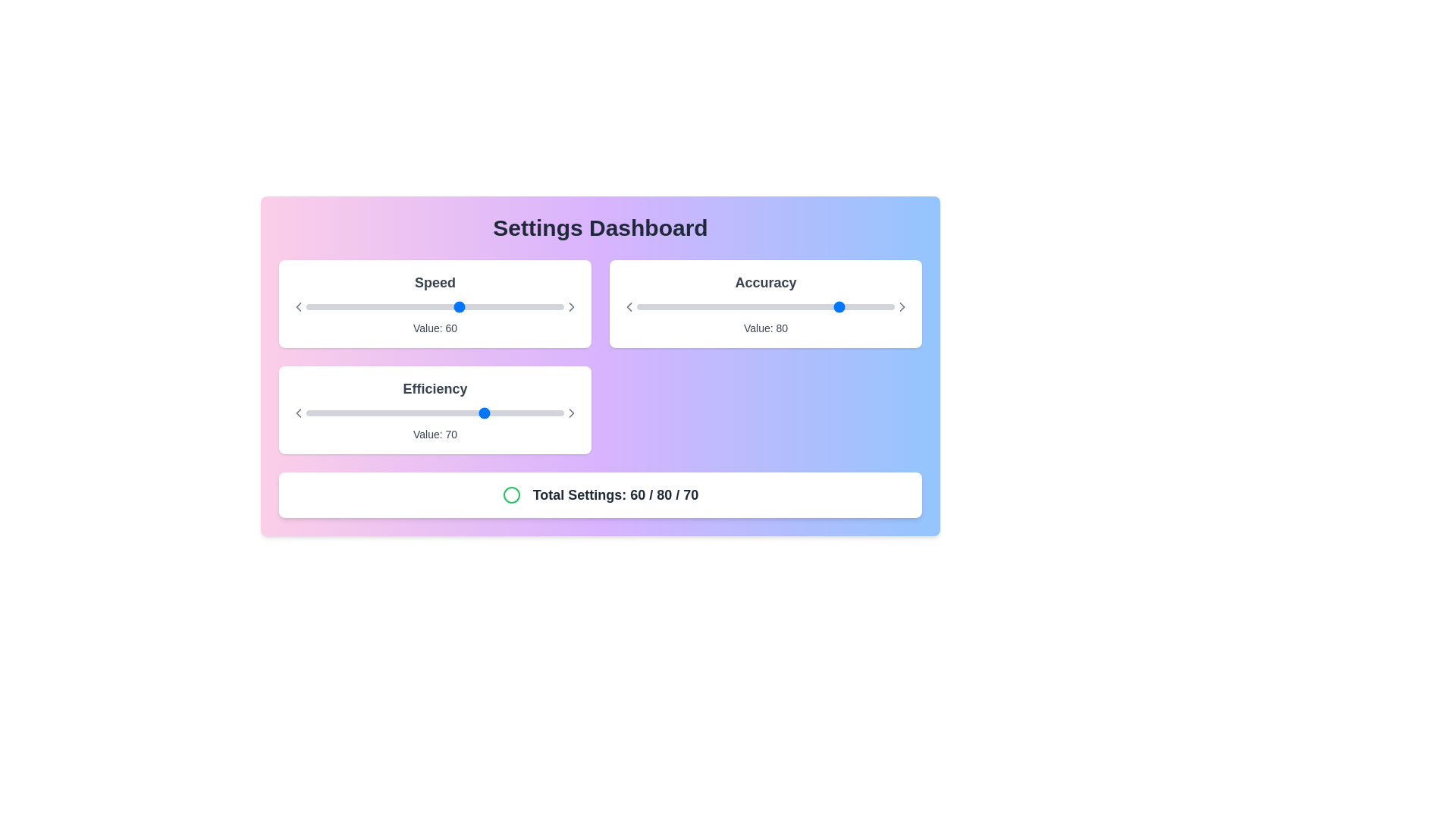 This screenshot has width=1456, height=819. I want to click on accuracy slider, so click(660, 307).